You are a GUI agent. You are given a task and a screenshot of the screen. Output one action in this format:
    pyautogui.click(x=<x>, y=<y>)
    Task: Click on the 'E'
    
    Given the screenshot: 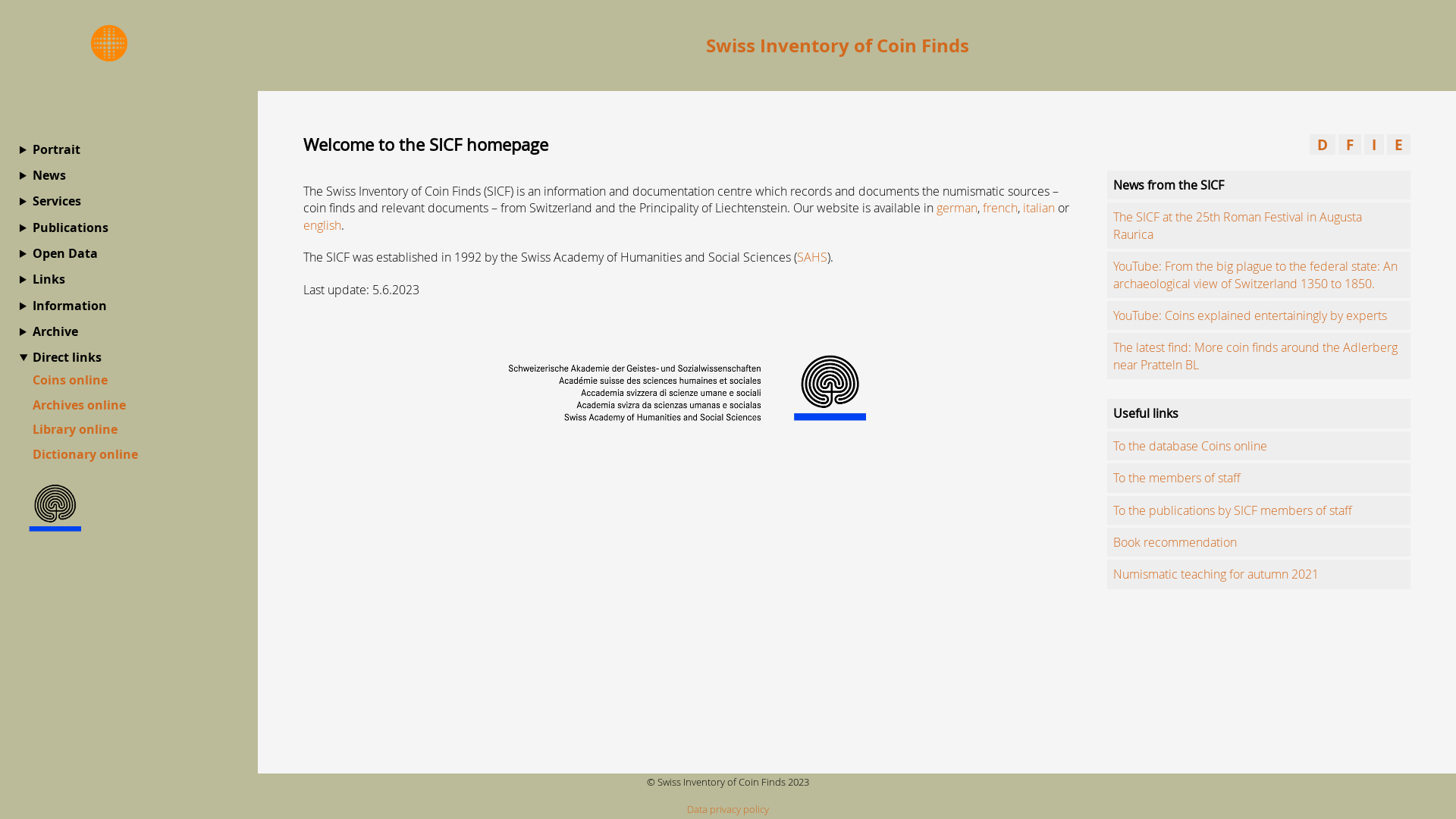 What is the action you would take?
    pyautogui.click(x=1386, y=144)
    